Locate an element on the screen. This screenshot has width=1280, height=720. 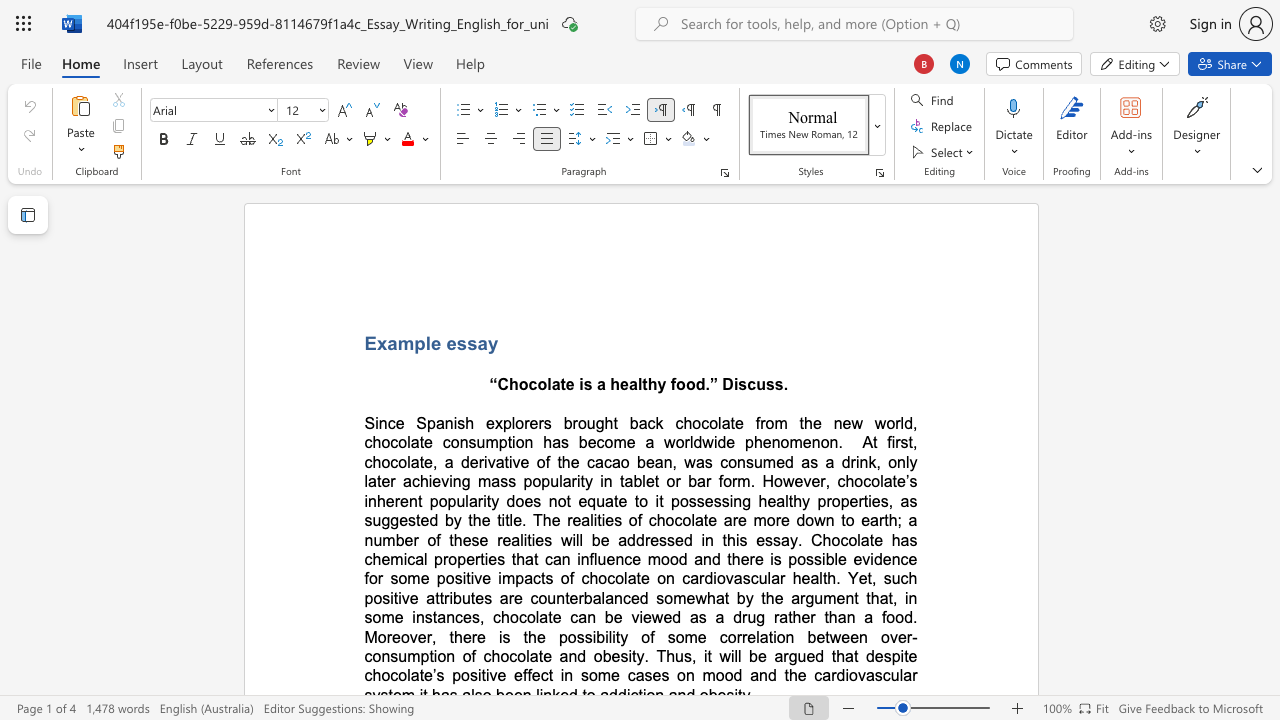
the 1th character "o" in the text is located at coordinates (668, 597).